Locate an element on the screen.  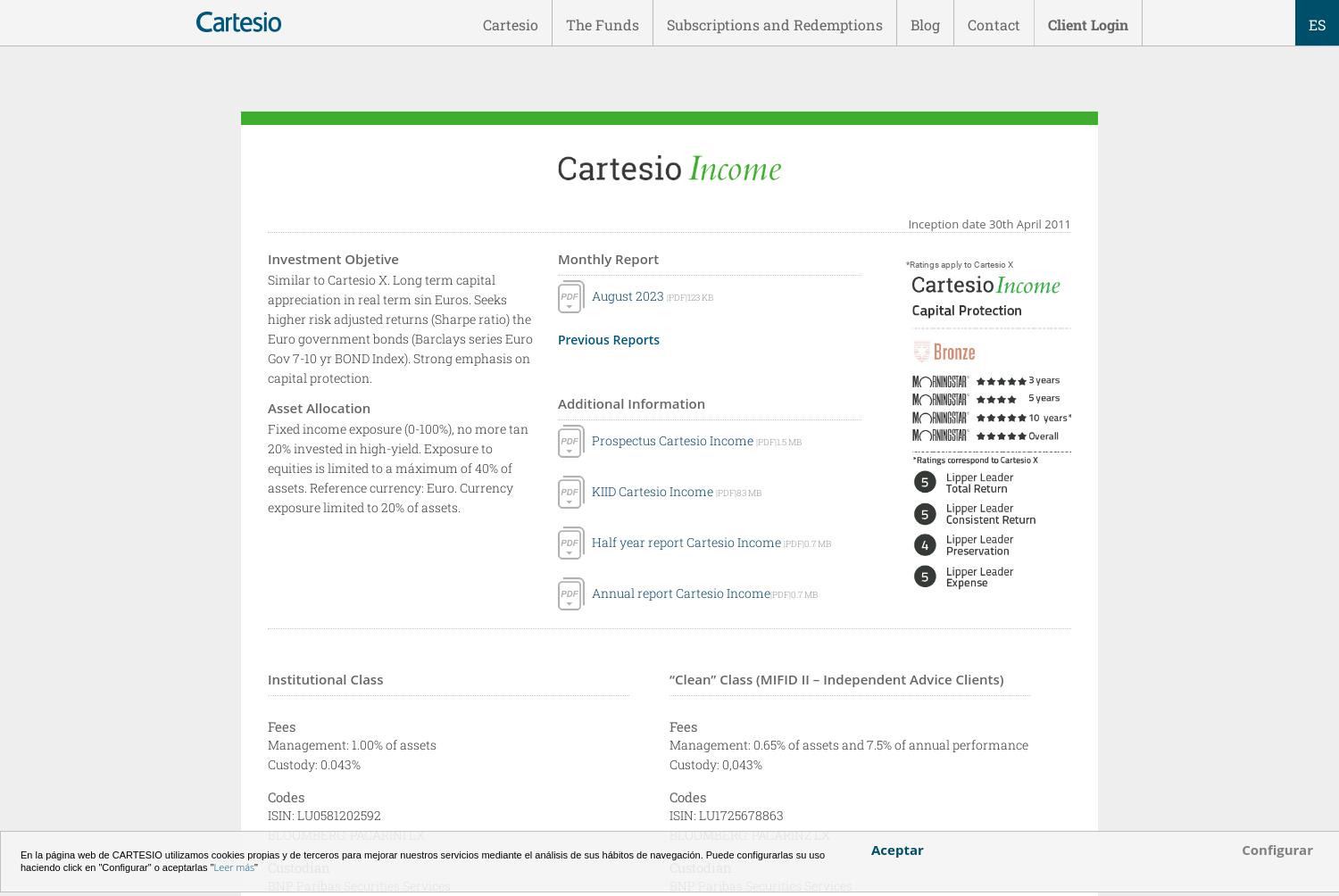
'KIID Cartesio Income' is located at coordinates (653, 491).